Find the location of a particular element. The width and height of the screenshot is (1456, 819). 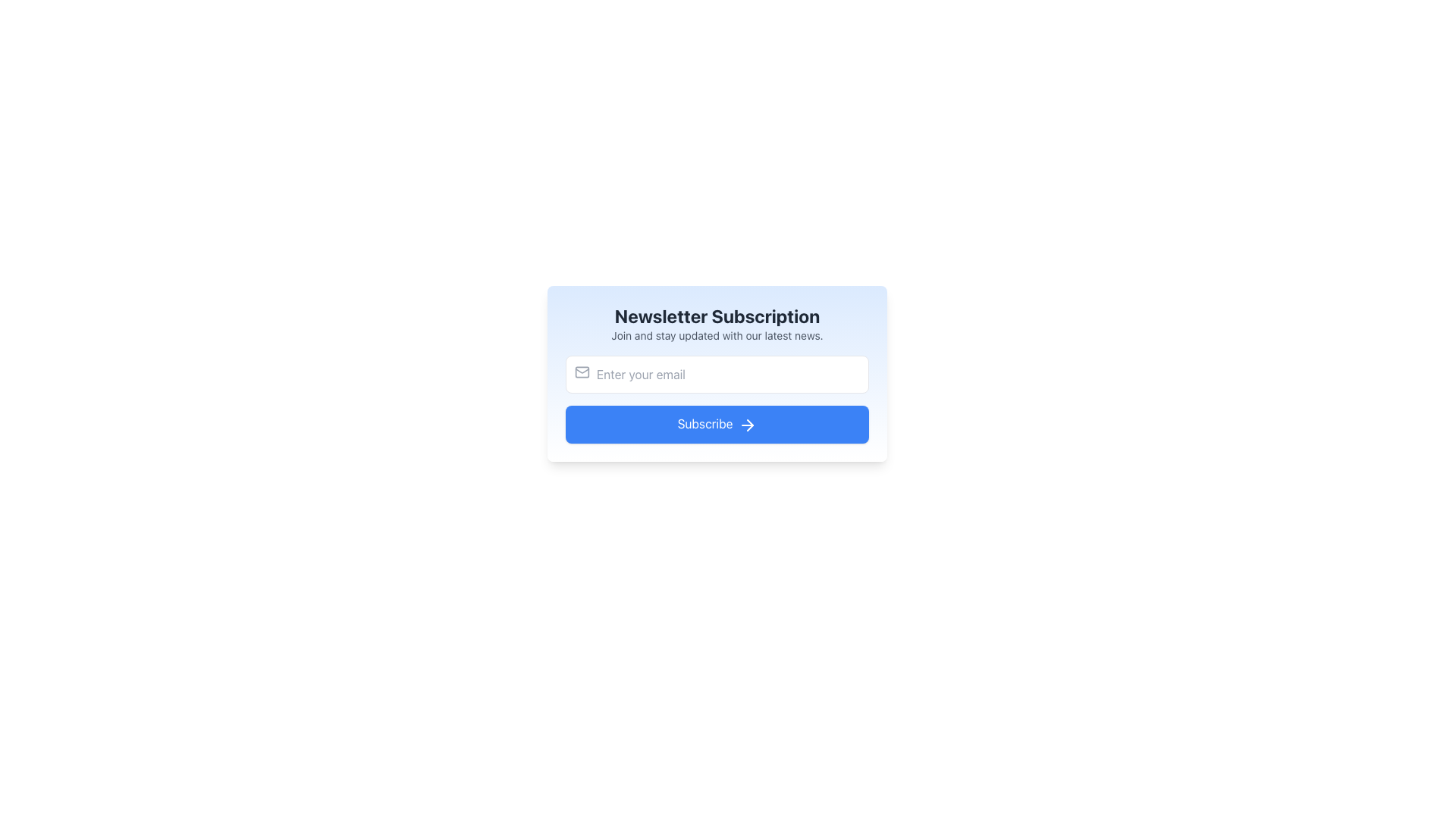

the static text element displaying 'Newsletter Subscription' and its description 'Join and stay updated with our latest news.' is located at coordinates (716, 323).